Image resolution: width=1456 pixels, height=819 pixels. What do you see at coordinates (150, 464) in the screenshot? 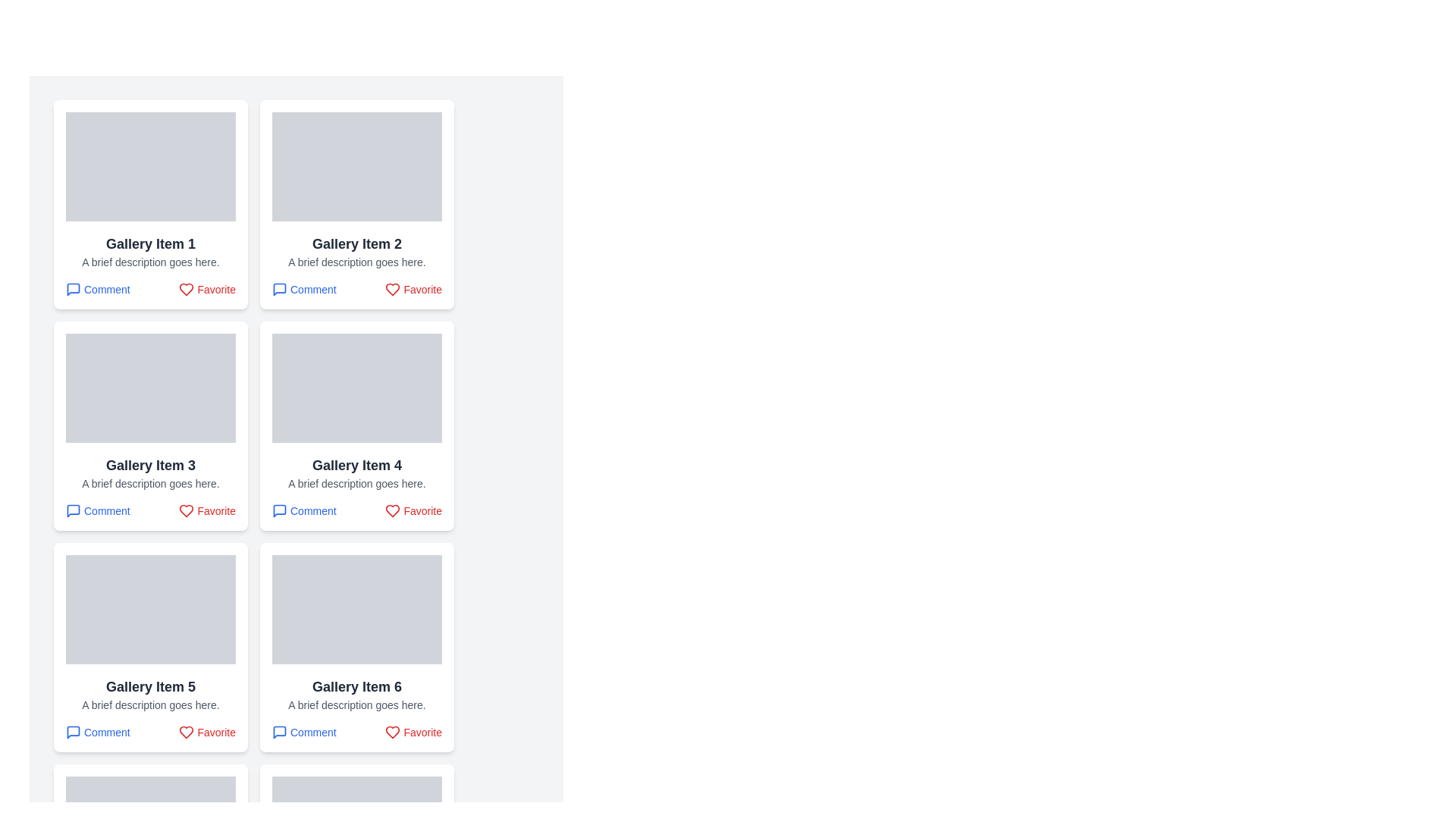
I see `text label that serves as the title or heading for the card, located in the second row and first column of the grid, below the image placeholder and above the description text` at bounding box center [150, 464].